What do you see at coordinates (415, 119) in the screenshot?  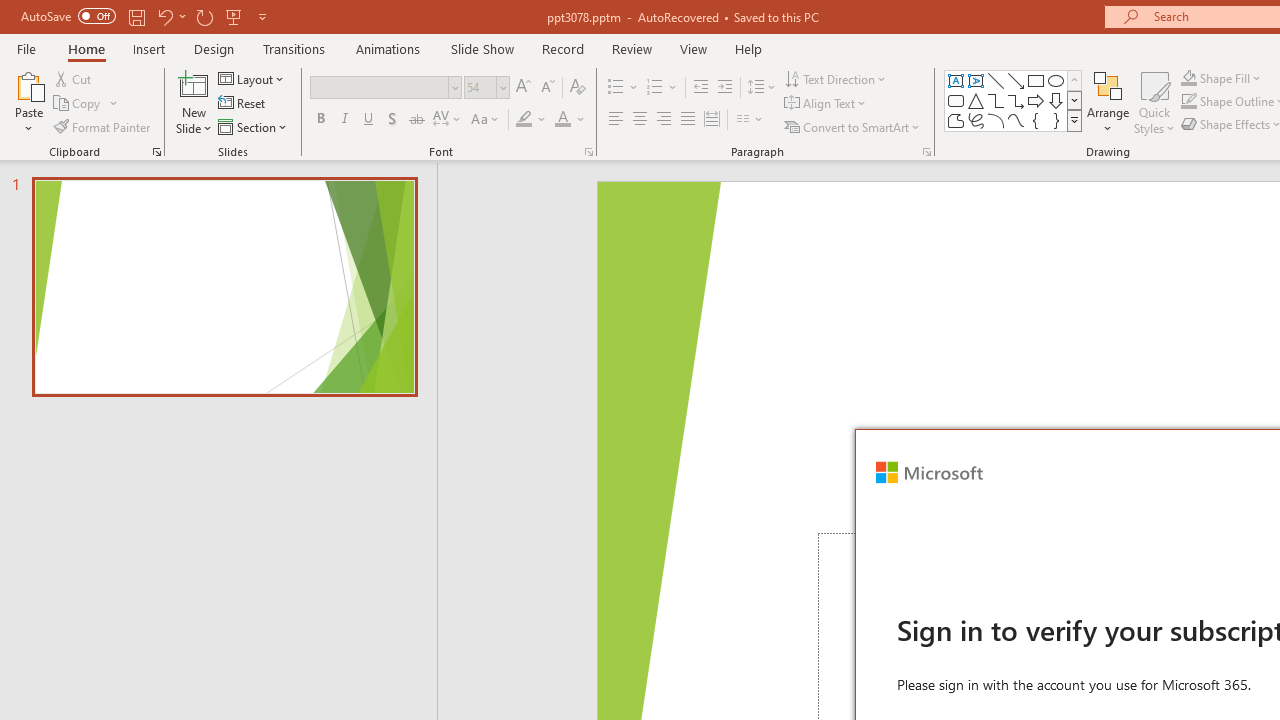 I see `'Strikethrough'` at bounding box center [415, 119].